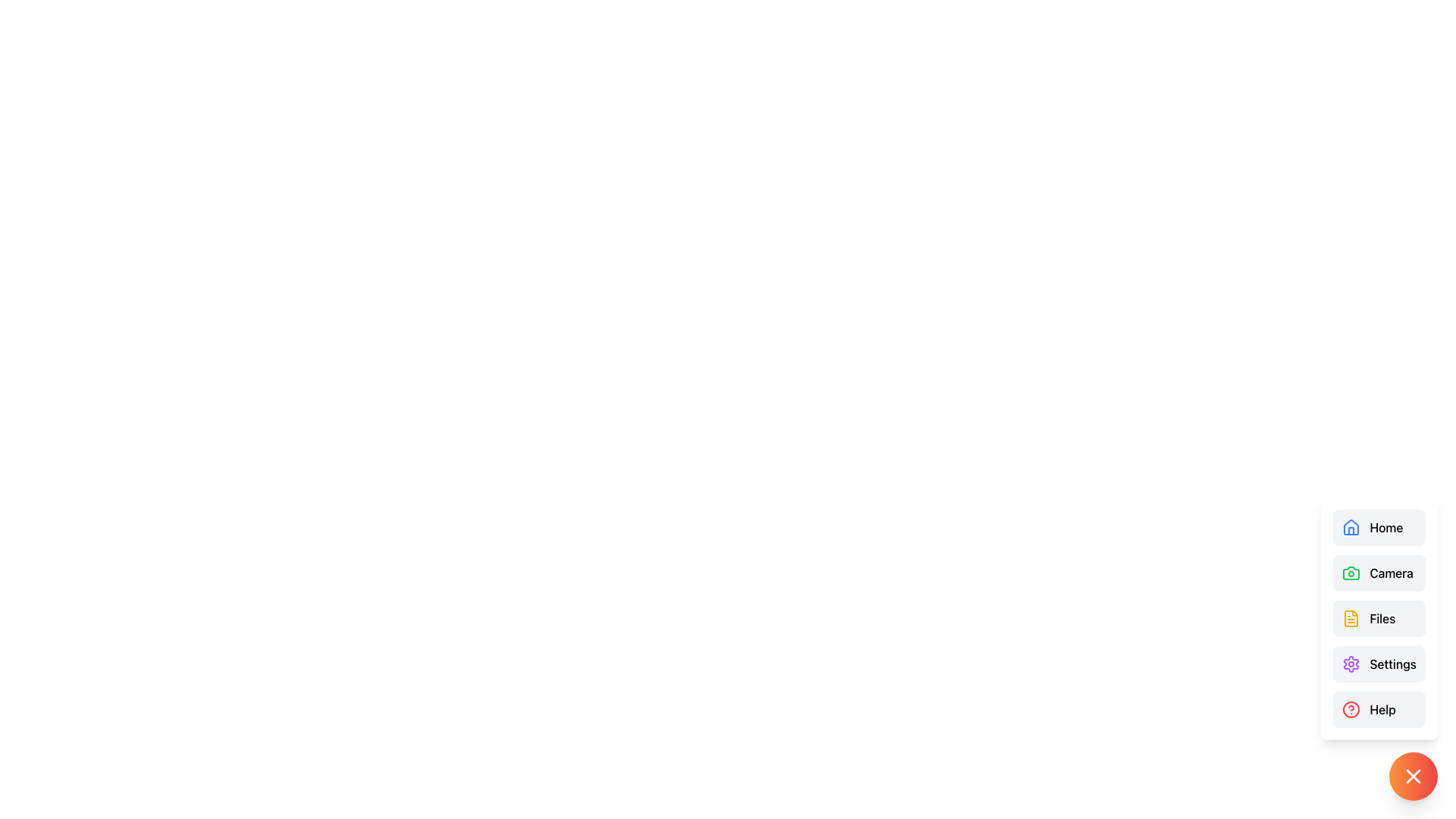 Image resolution: width=1456 pixels, height=819 pixels. What do you see at coordinates (1386, 526) in the screenshot?
I see `label that says 'Home' located in the sidebar menu, adjacent to a blue home icon` at bounding box center [1386, 526].